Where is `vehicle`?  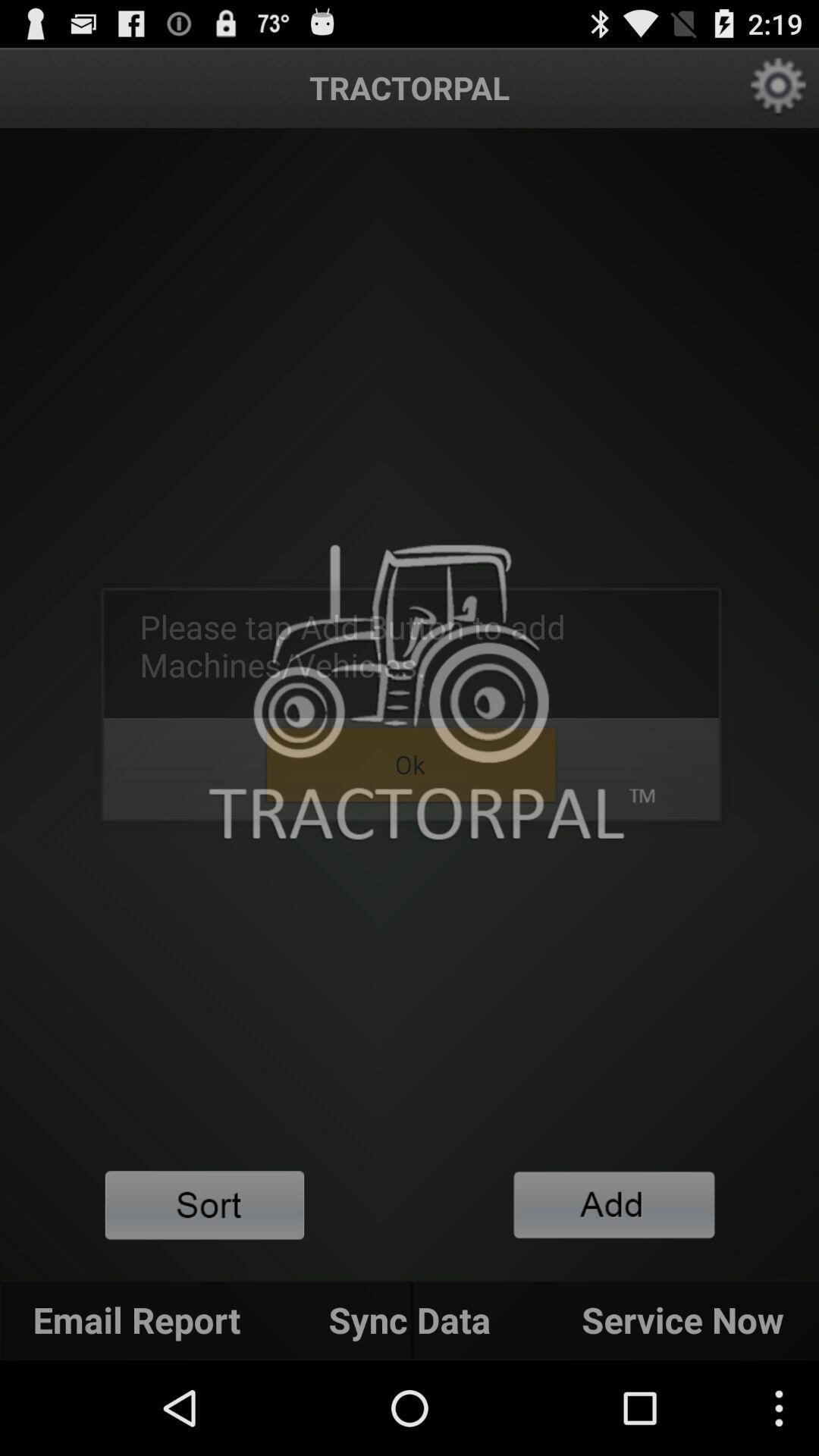
vehicle is located at coordinates (614, 1203).